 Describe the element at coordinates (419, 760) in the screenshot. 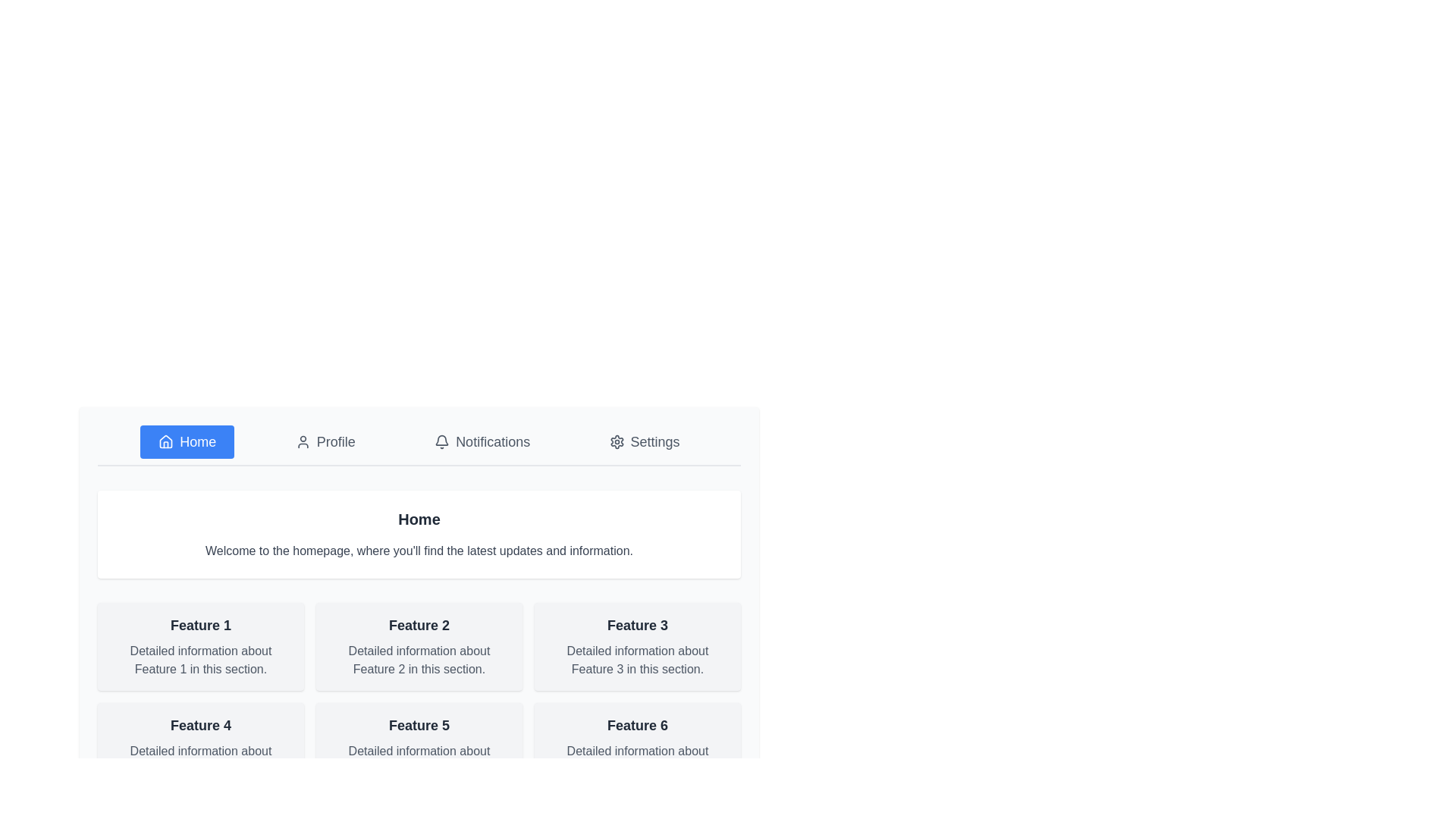

I see `text from the gray text block that says 'Detailed information about Feature 5 in this section.' located beneath the bold title 'Feature 5' in the second row and second column of the layout` at that location.